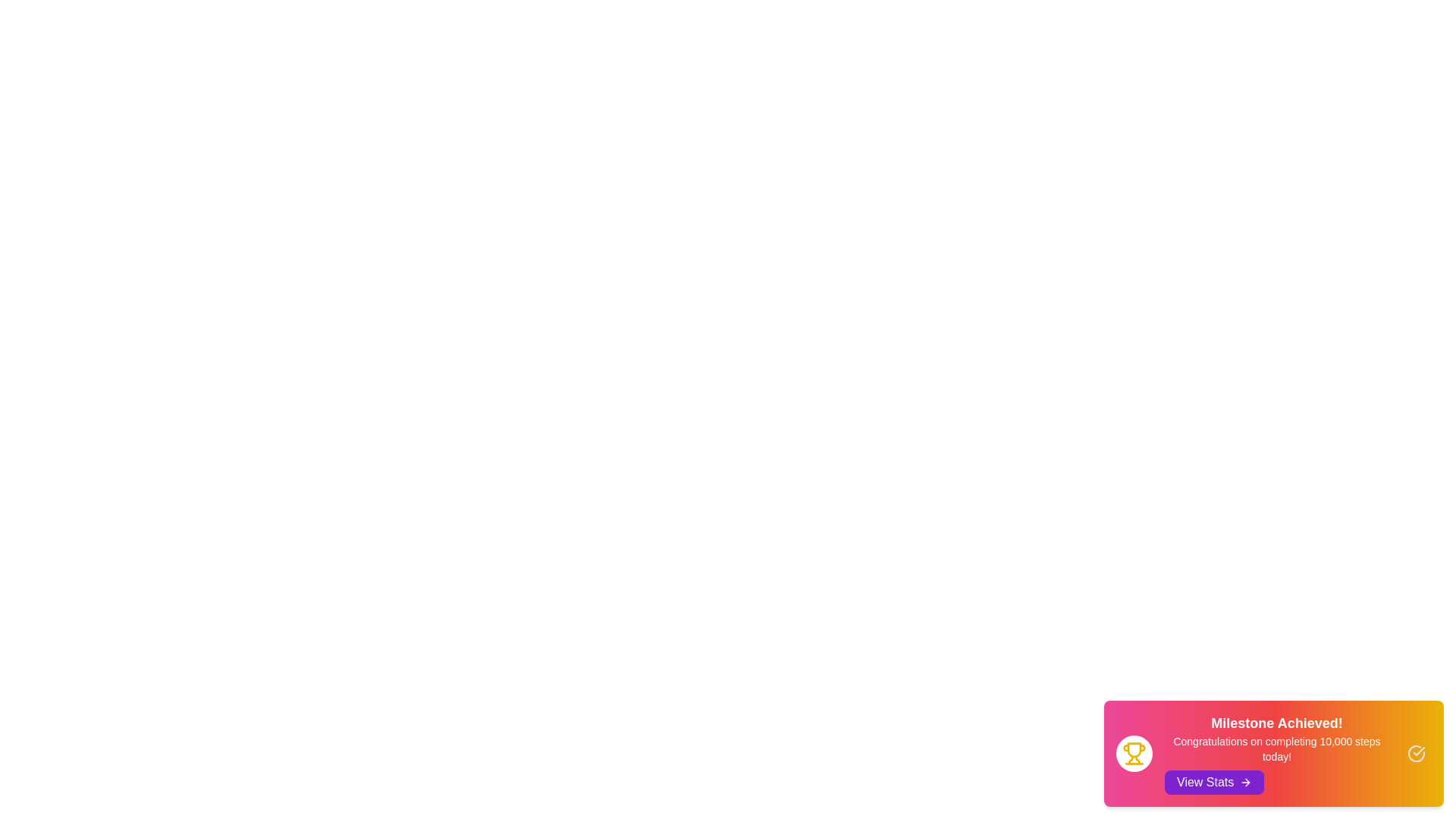 The image size is (1456, 819). I want to click on the close button to dismiss the snackbar notification, so click(1415, 754).